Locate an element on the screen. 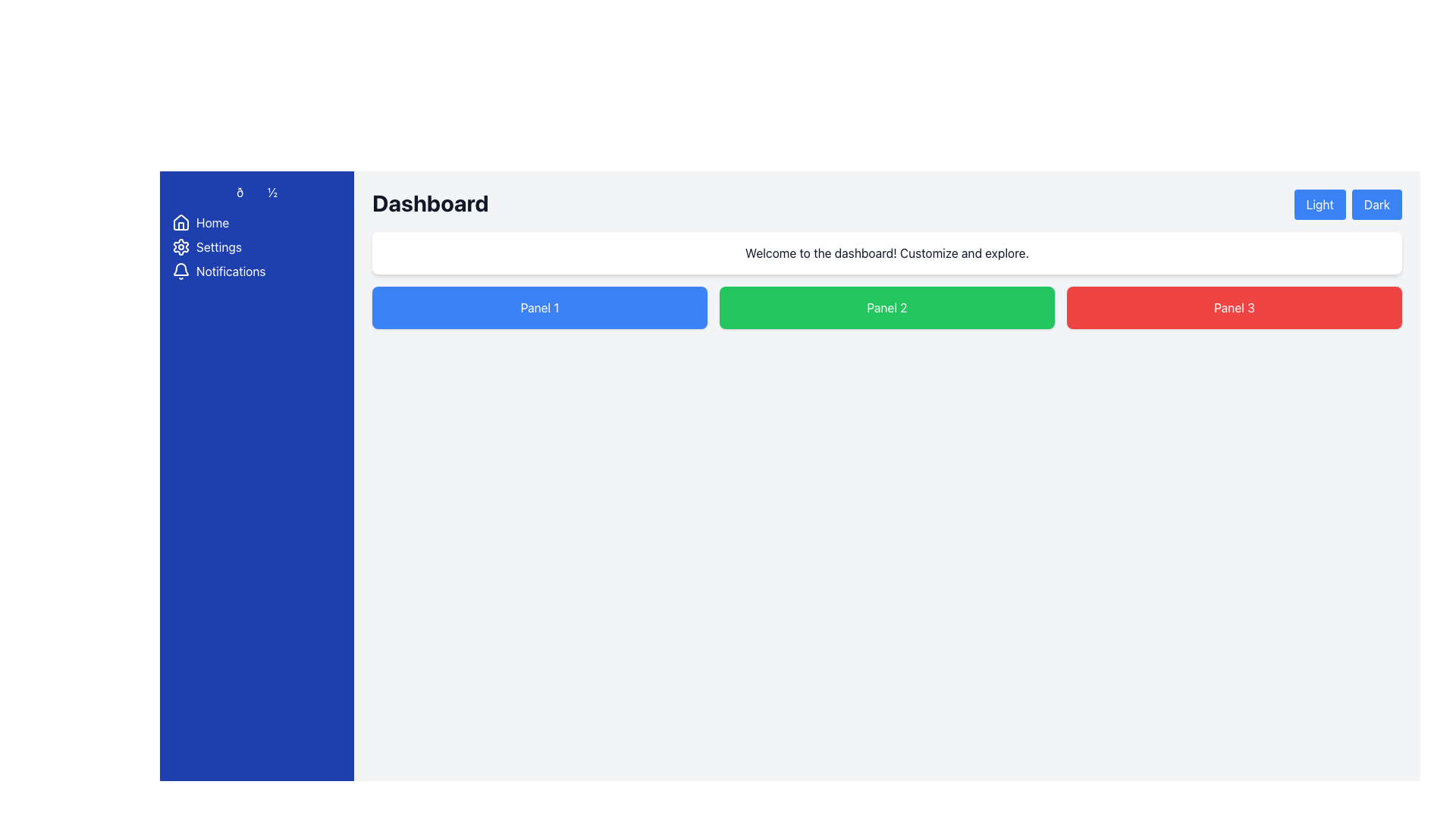  the 'Settings' text label in the vertical navigation menu is located at coordinates (218, 246).